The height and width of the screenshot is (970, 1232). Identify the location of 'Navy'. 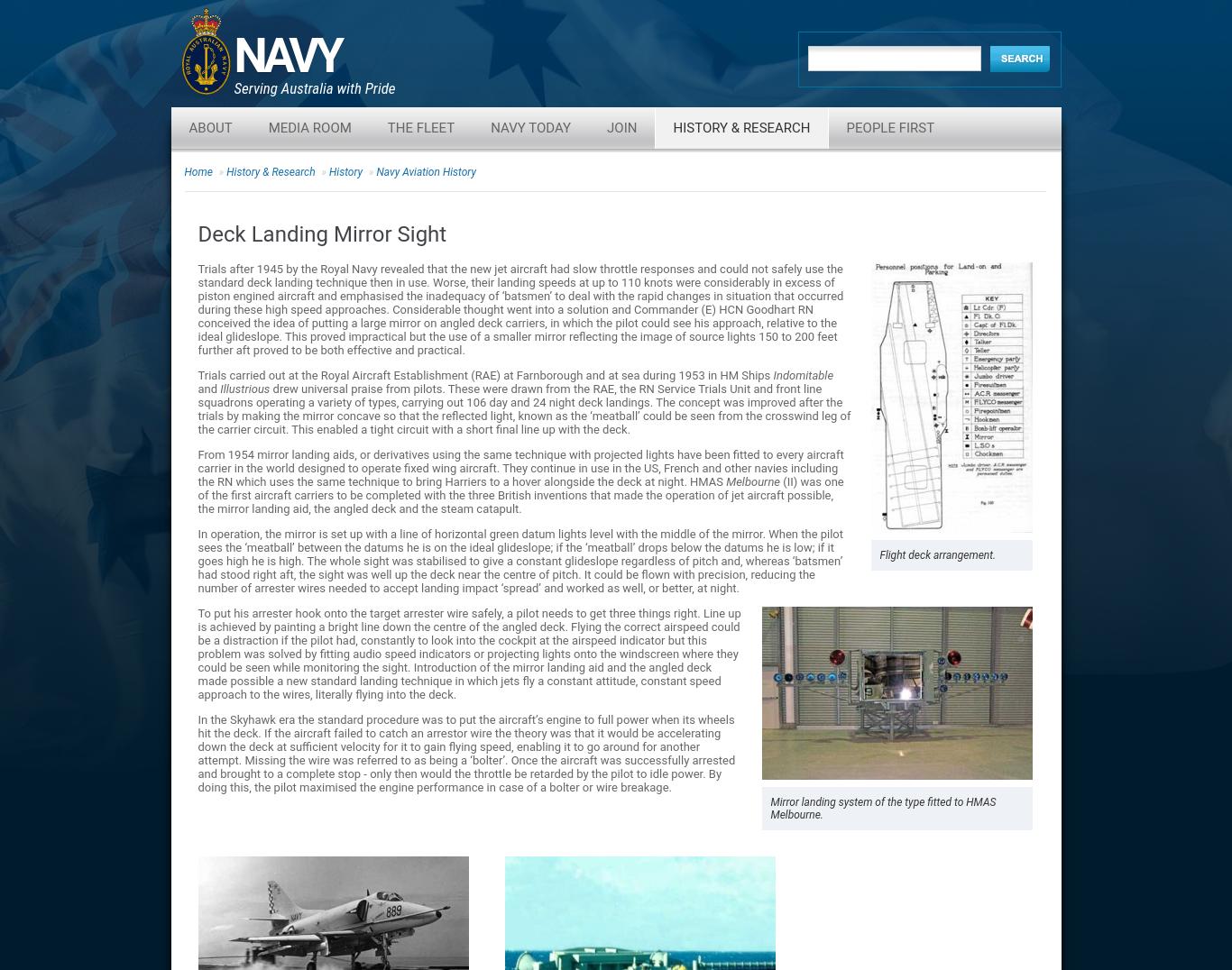
(286, 55).